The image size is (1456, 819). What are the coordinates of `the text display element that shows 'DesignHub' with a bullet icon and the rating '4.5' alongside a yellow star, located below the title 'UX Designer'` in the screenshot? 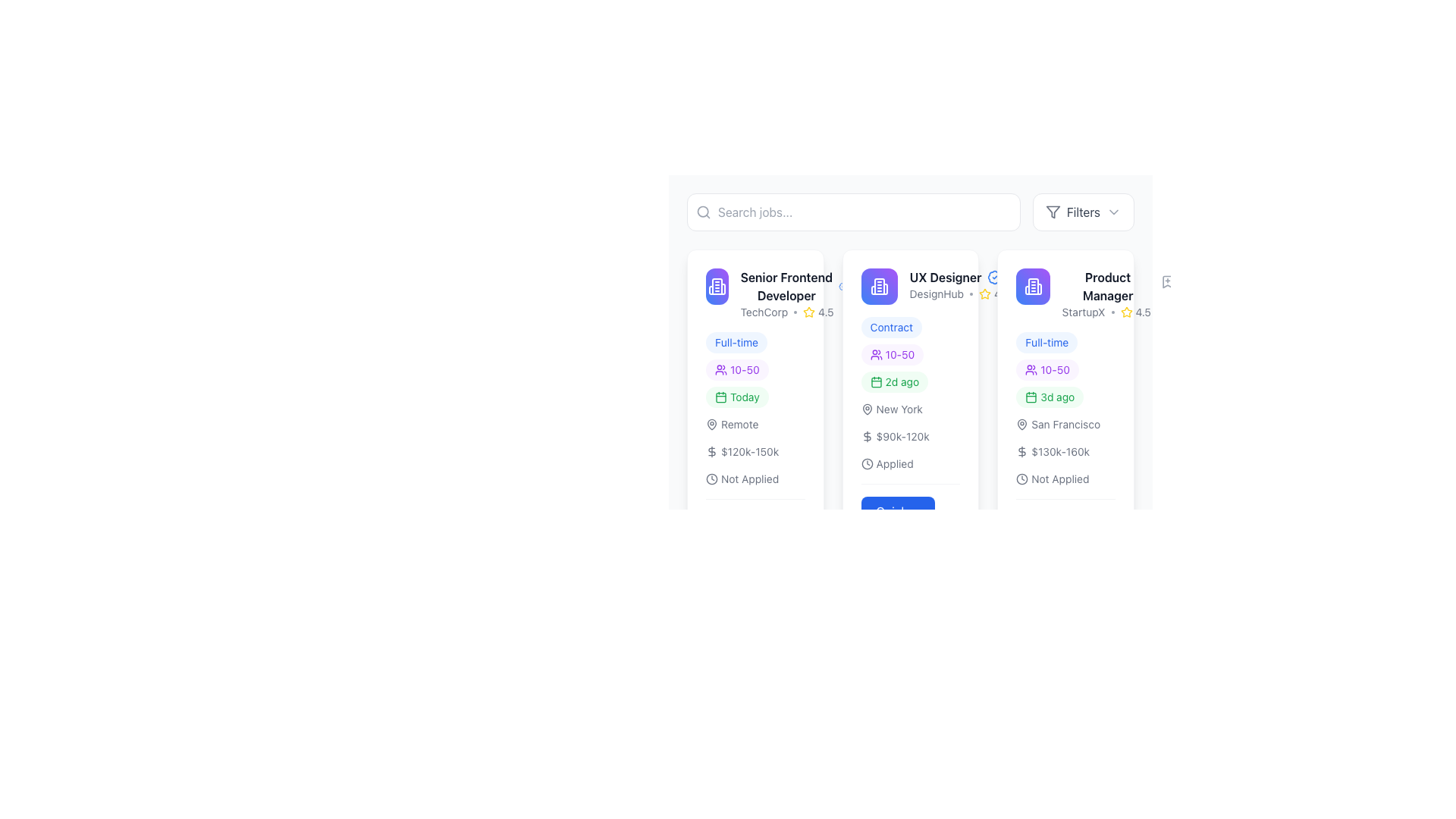 It's located at (959, 294).